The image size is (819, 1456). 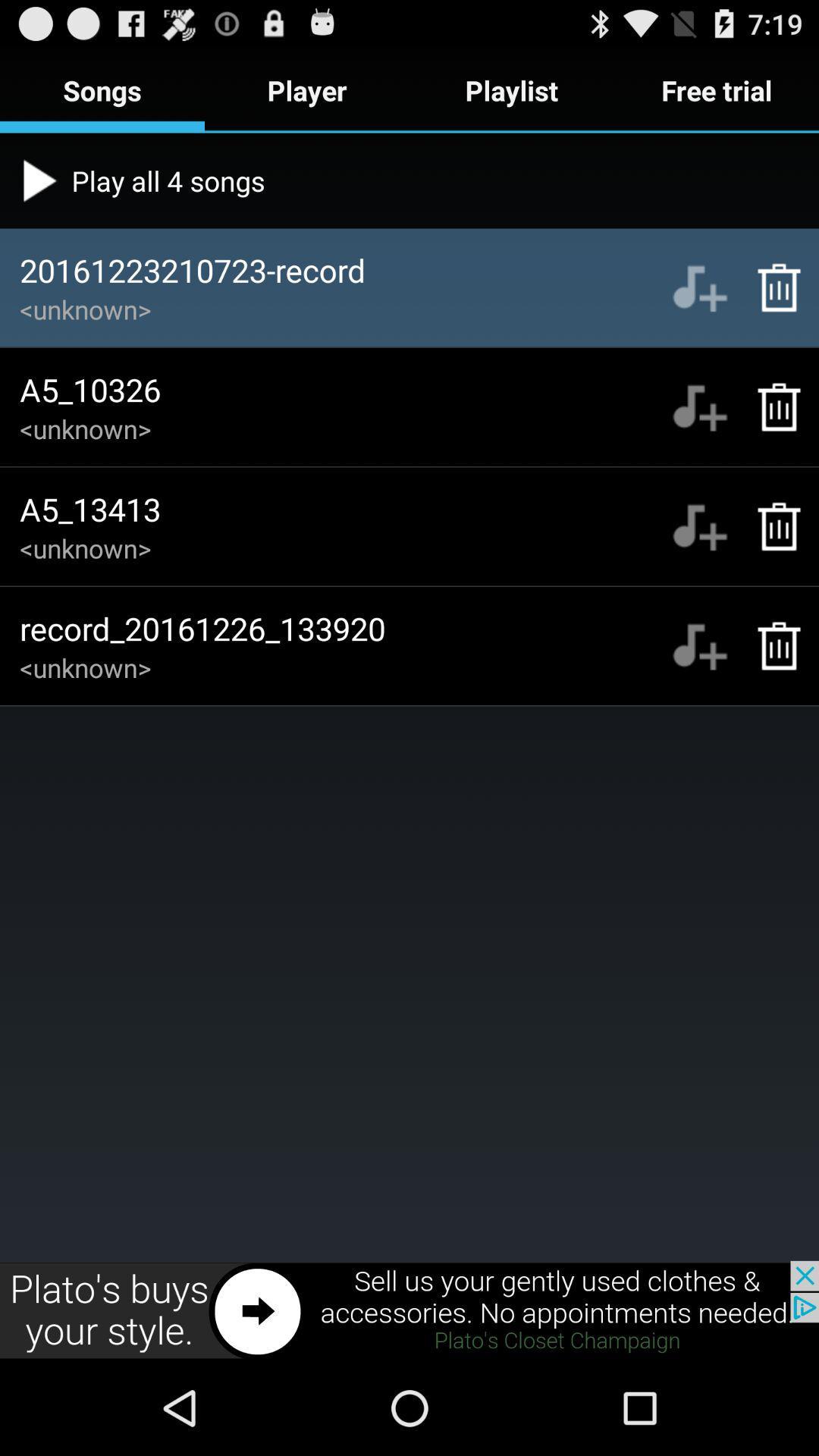 I want to click on the delete, so click(x=771, y=645).